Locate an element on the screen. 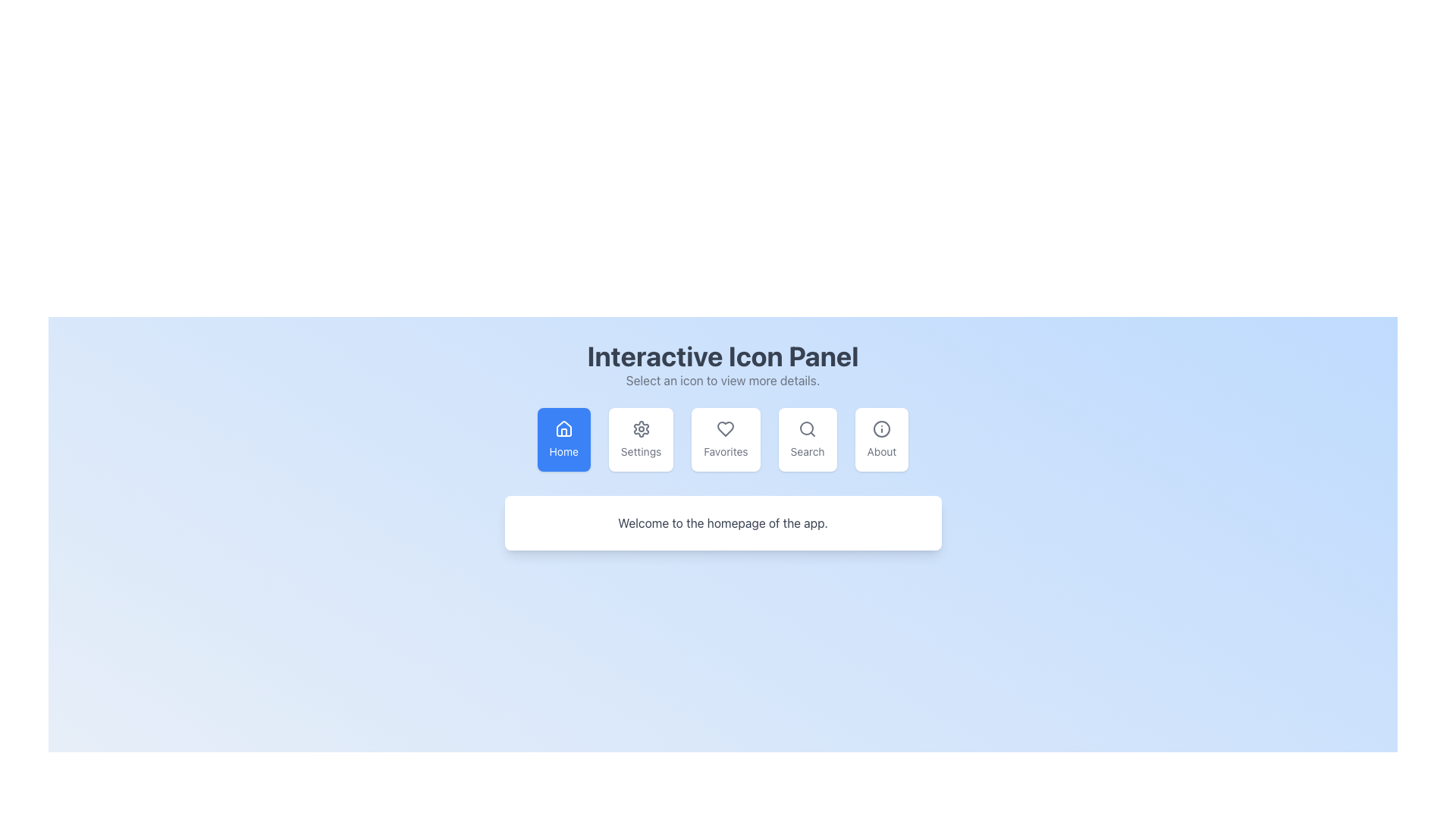 The height and width of the screenshot is (819, 1456). the house icon within the blue 'Home' button, which is part of the first interactive card in the horizontal icon panel is located at coordinates (563, 429).